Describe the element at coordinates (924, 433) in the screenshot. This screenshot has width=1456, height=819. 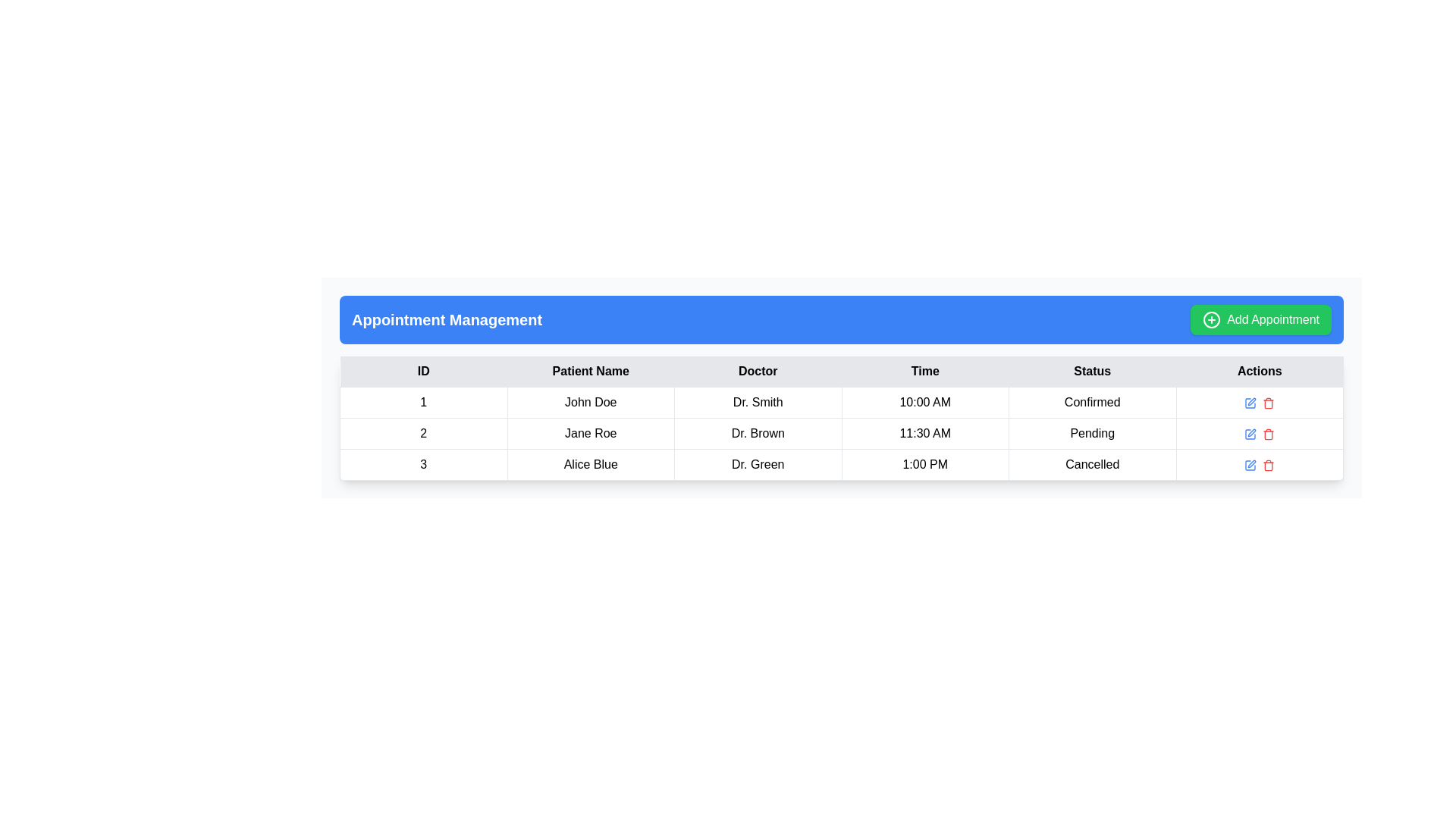
I see `the static text element that displays the scheduled time for the appointment of 'Jane Roe' with 'Dr. Brown', located in the 'Time' column of the second row` at that location.